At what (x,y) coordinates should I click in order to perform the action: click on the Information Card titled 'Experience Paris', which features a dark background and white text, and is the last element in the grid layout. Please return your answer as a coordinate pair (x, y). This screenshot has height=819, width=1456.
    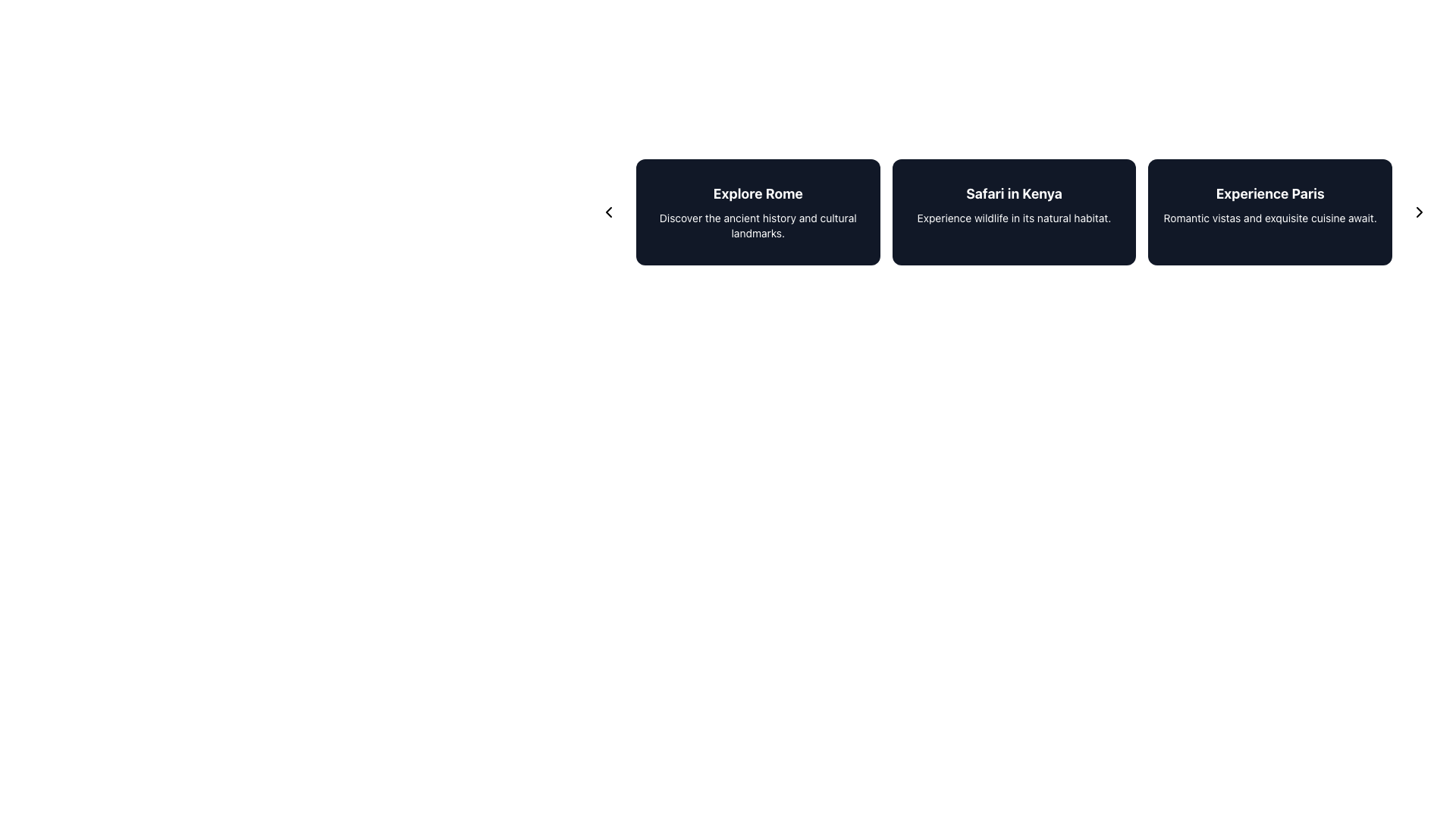
    Looking at the image, I should click on (1270, 212).